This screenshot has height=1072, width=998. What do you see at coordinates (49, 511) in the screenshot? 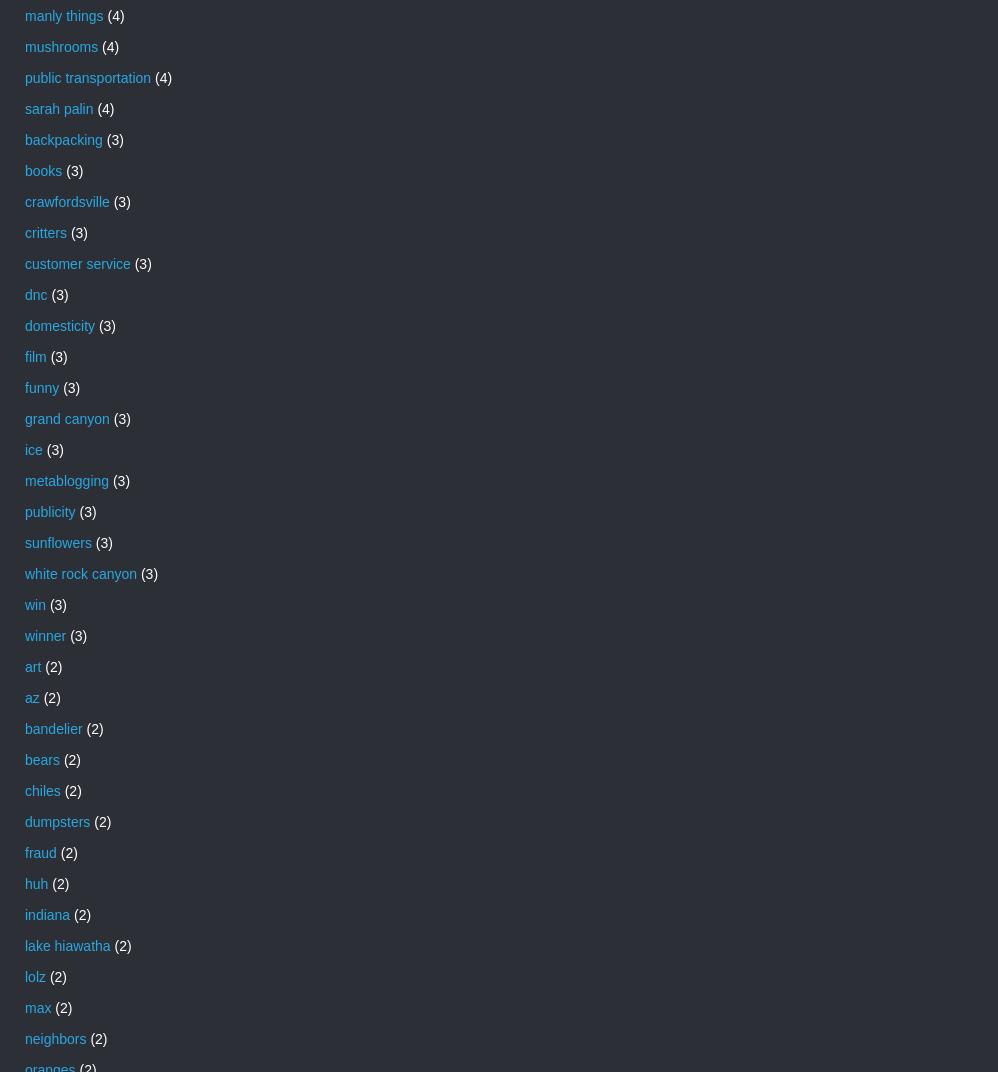
I see `'publicity'` at bounding box center [49, 511].